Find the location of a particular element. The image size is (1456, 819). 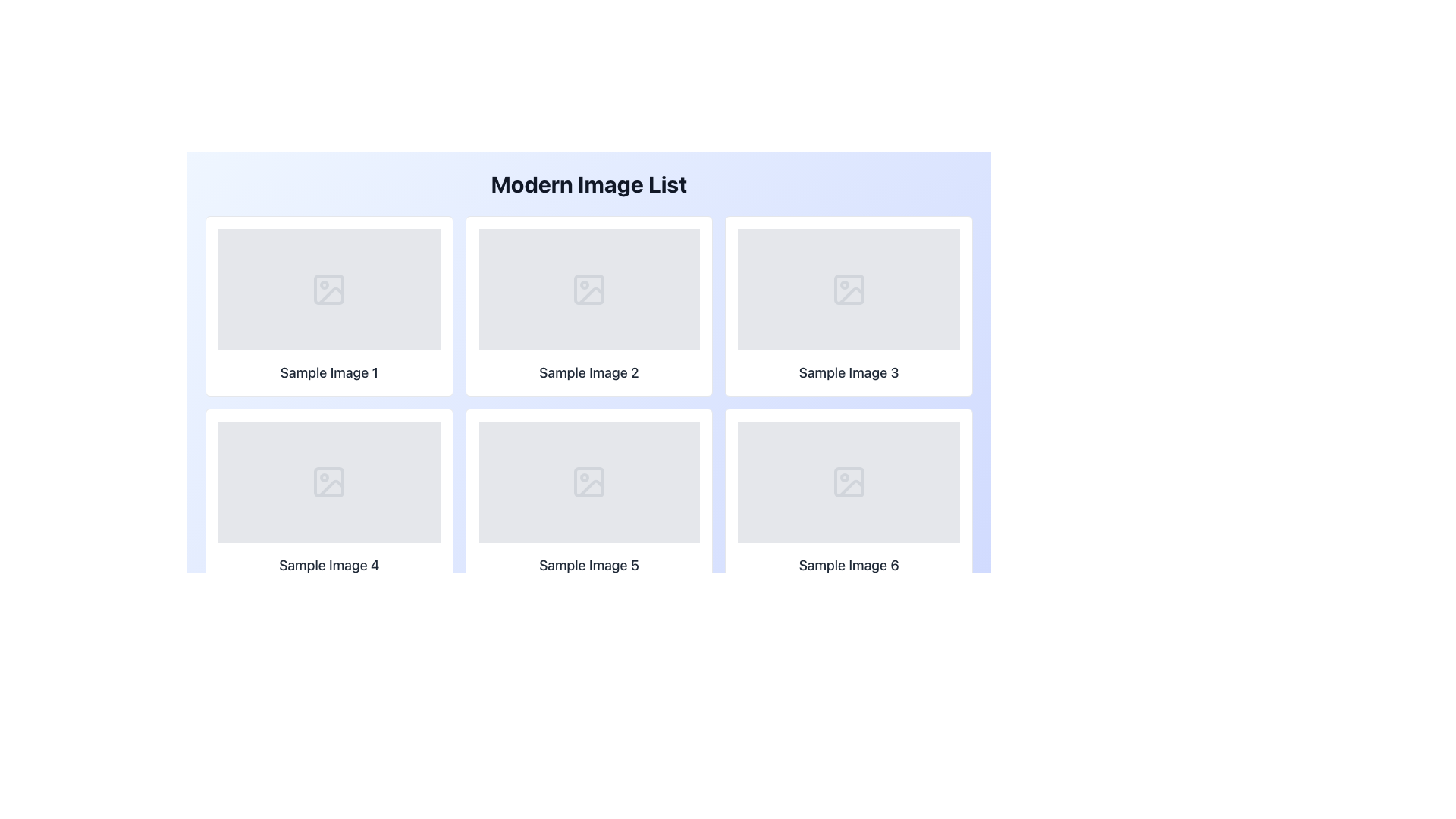

the small rectangle with rounded corners located in the fourth placeholder of the image grid, which appears with light gray coloring is located at coordinates (328, 482).